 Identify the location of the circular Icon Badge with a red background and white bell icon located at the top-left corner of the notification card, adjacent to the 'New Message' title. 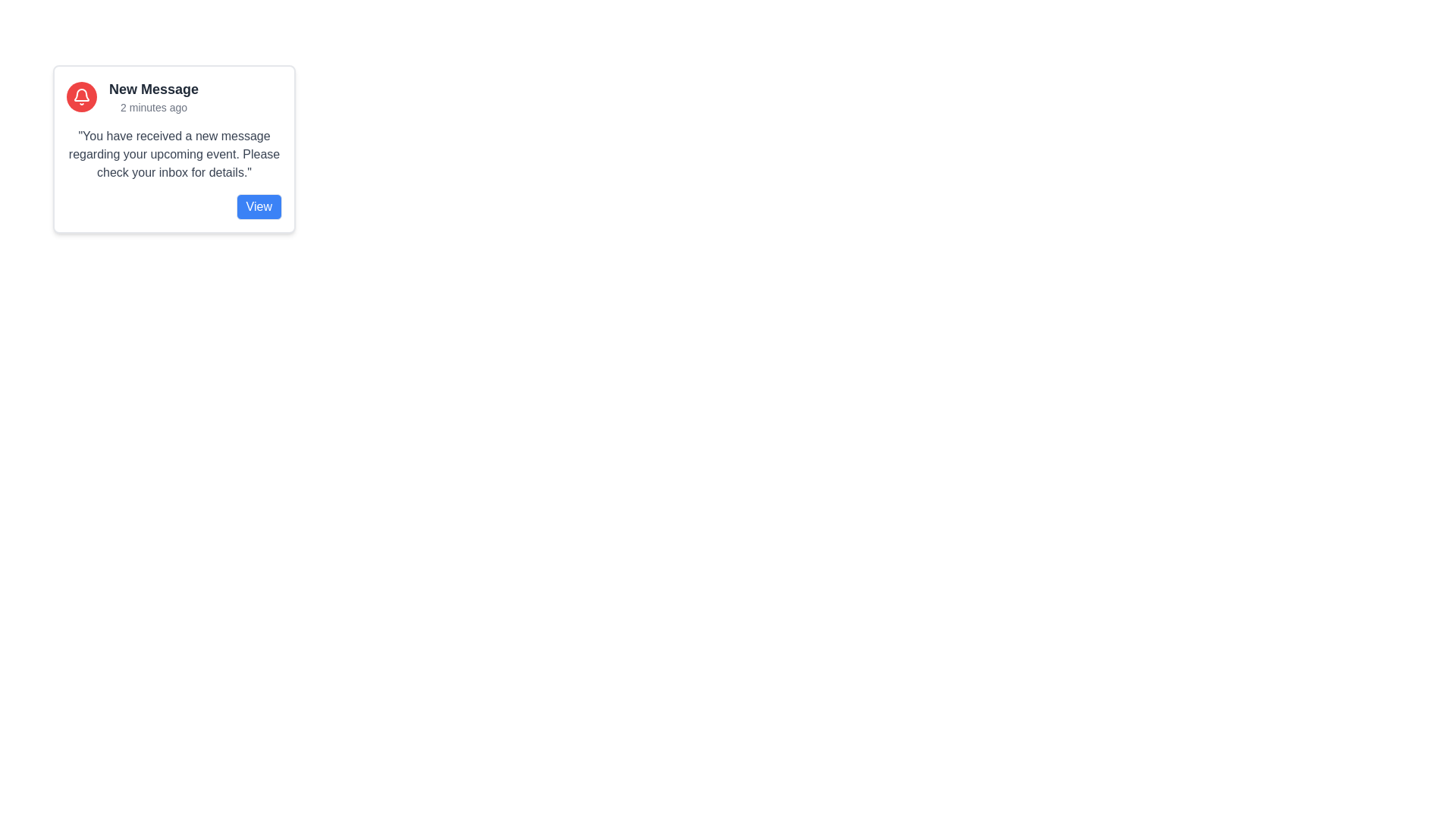
(81, 96).